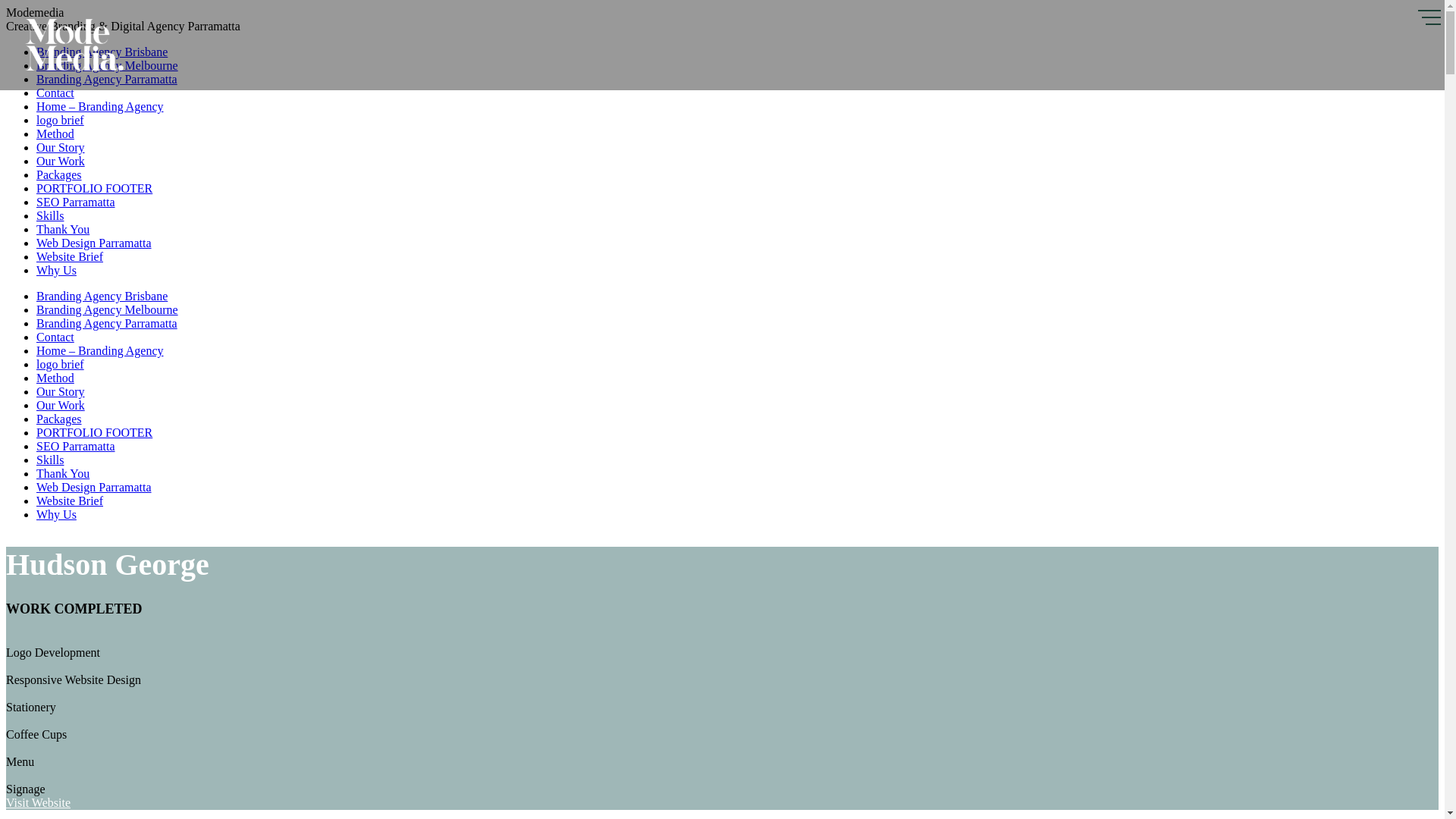  Describe the element at coordinates (101, 51) in the screenshot. I see `'Branding Agency Brisbane'` at that location.